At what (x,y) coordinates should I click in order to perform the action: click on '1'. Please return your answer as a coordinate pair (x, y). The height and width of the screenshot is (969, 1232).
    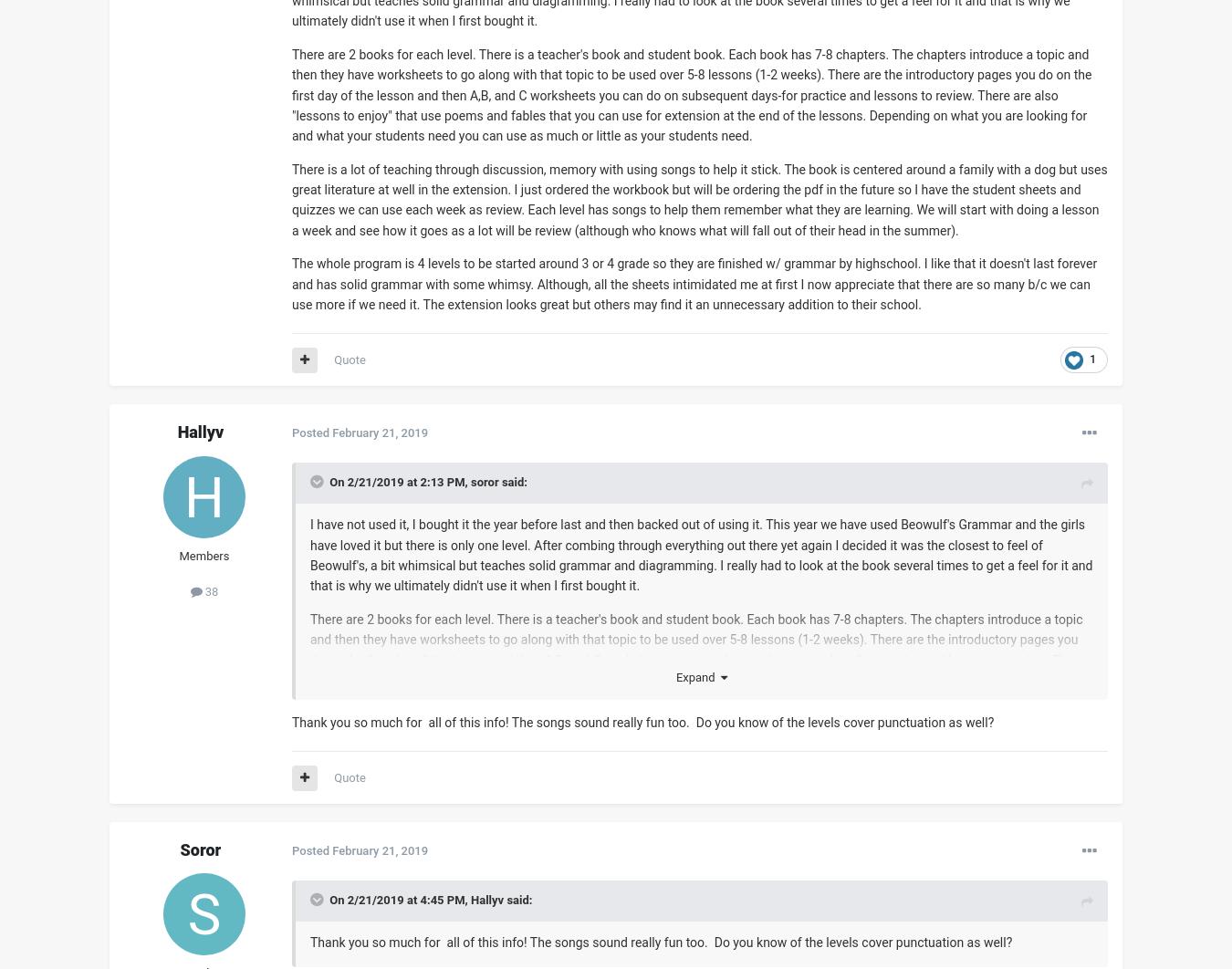
    Looking at the image, I should click on (1091, 359).